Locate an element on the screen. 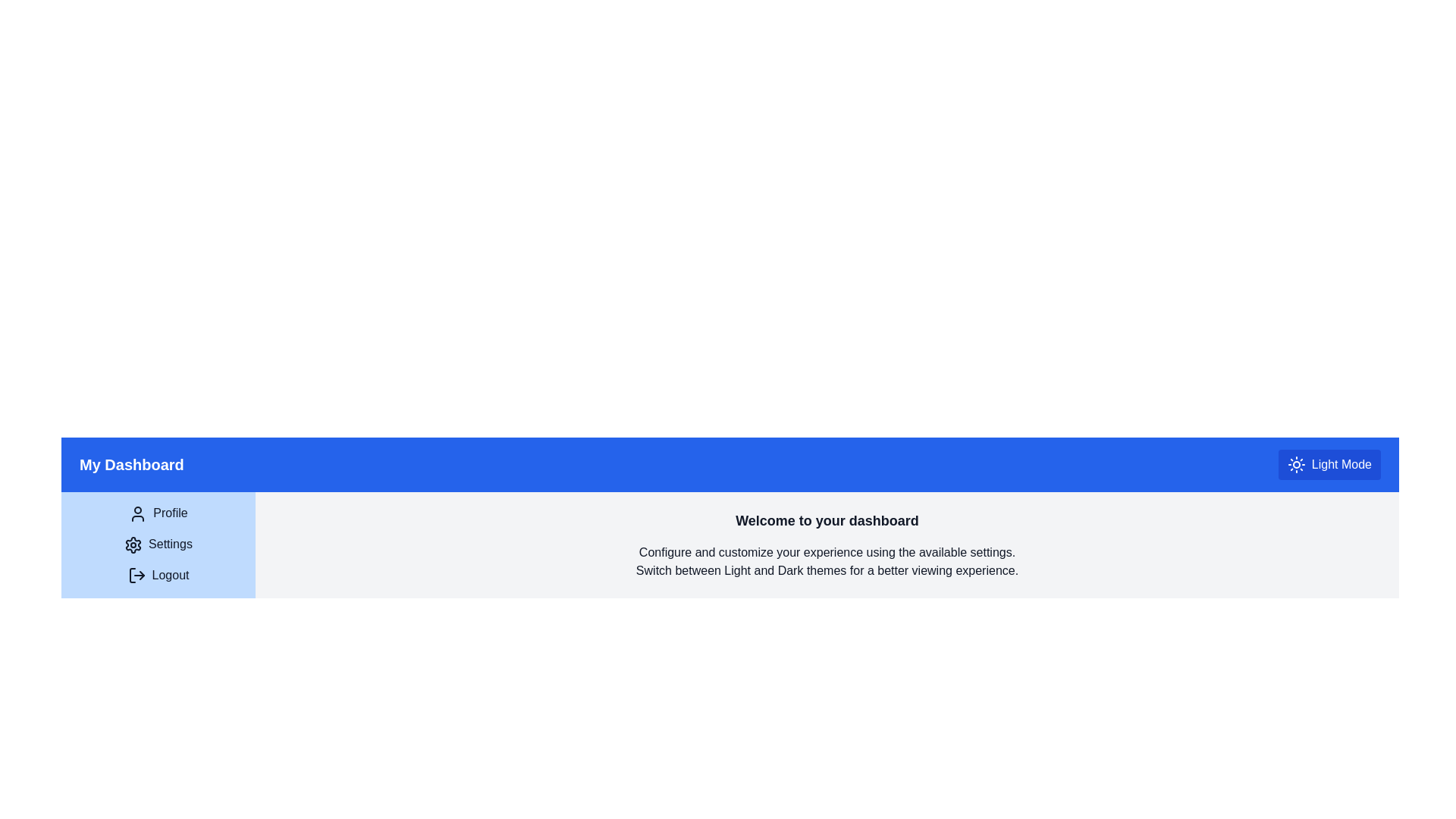 The image size is (1456, 819). the navigational link with an icon and text located in the vertical menu, specifically positioned below 'Profile' and above 'Logout' is located at coordinates (158, 543).